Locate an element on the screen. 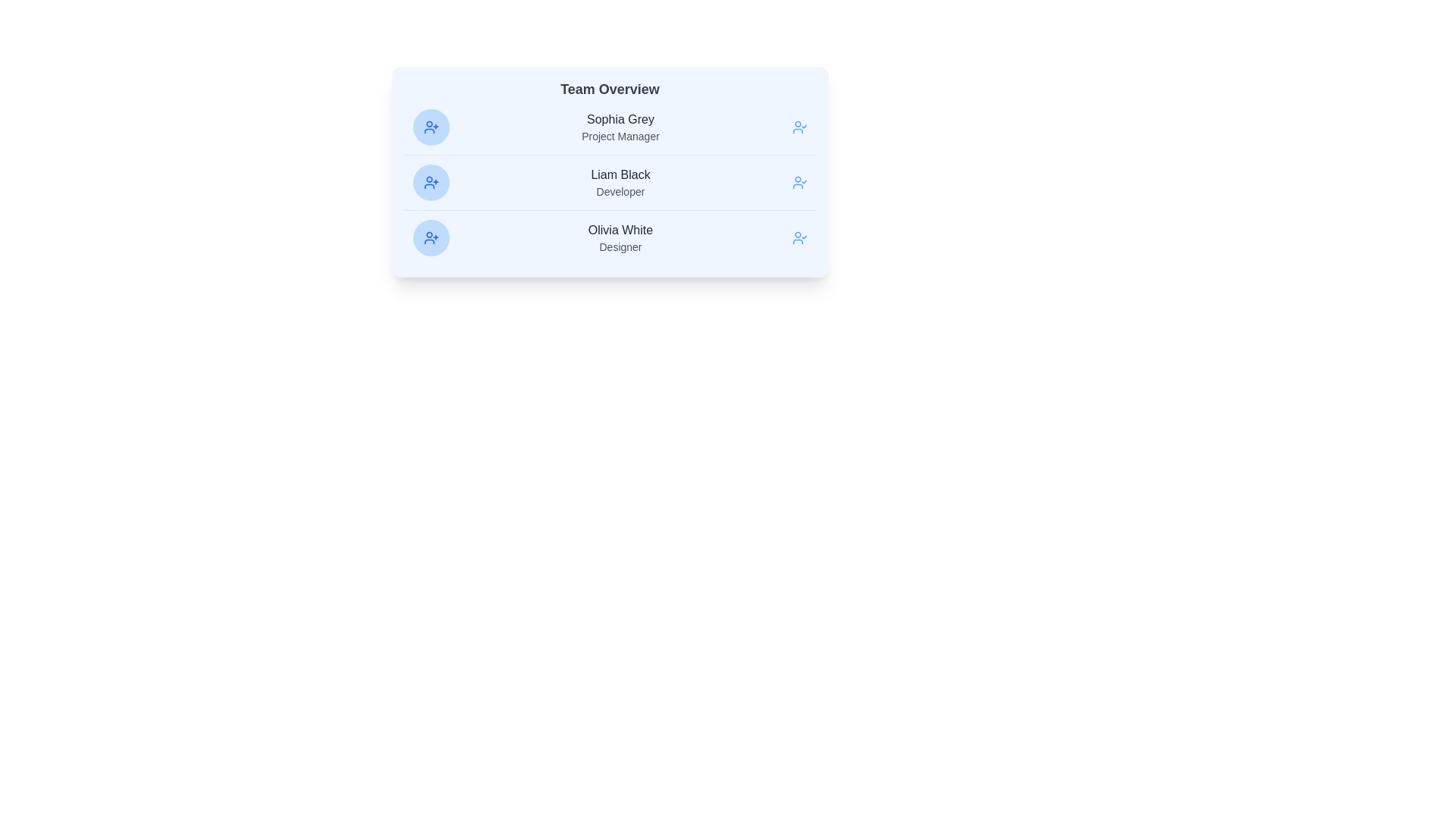 The width and height of the screenshot is (1456, 819). the circular icon button with a blue background and a 'user plus' illustration, located in the left section of the panel row labeled 'Liam Black' is located at coordinates (430, 181).